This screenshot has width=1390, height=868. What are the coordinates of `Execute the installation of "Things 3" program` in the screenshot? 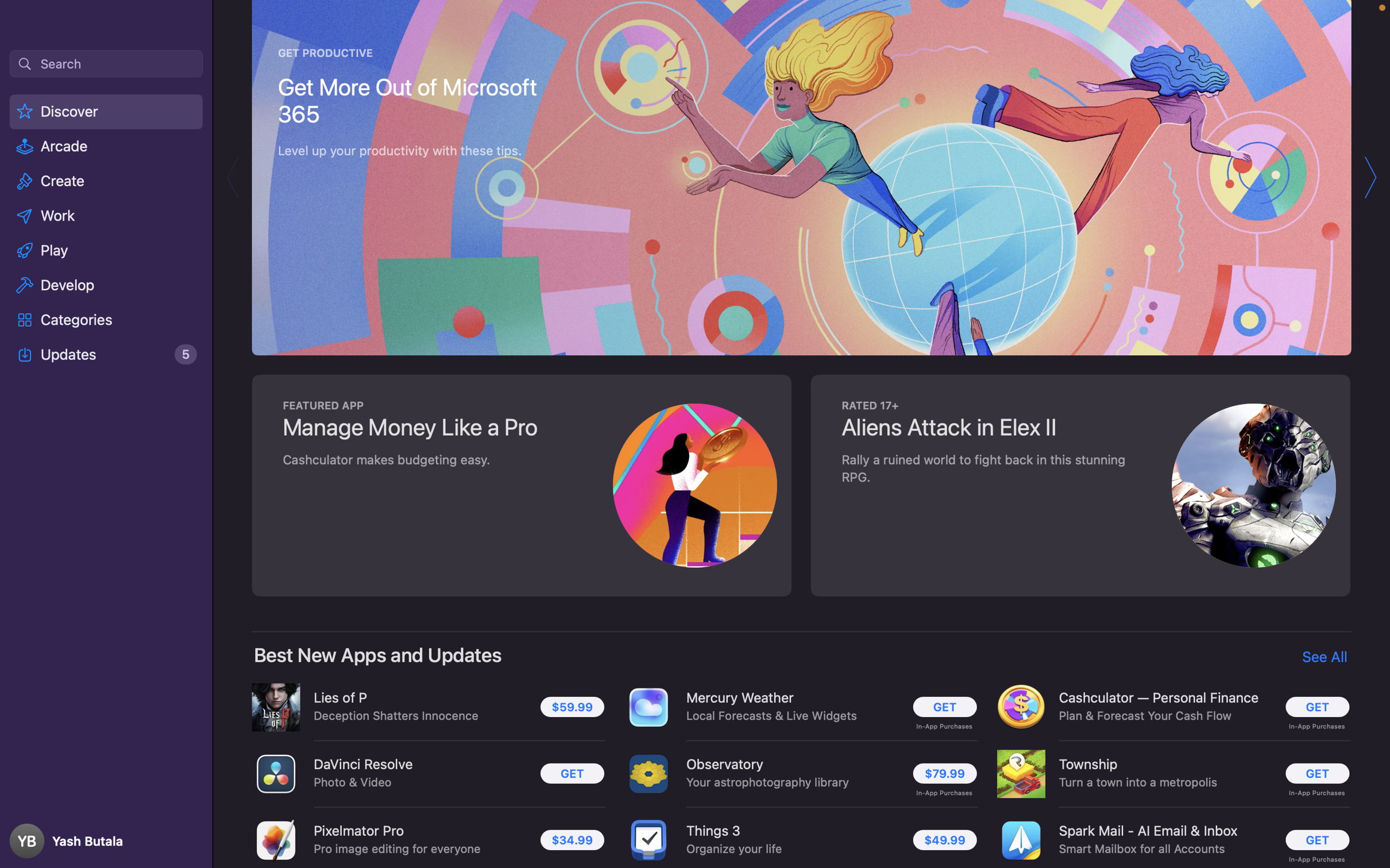 It's located at (945, 839).